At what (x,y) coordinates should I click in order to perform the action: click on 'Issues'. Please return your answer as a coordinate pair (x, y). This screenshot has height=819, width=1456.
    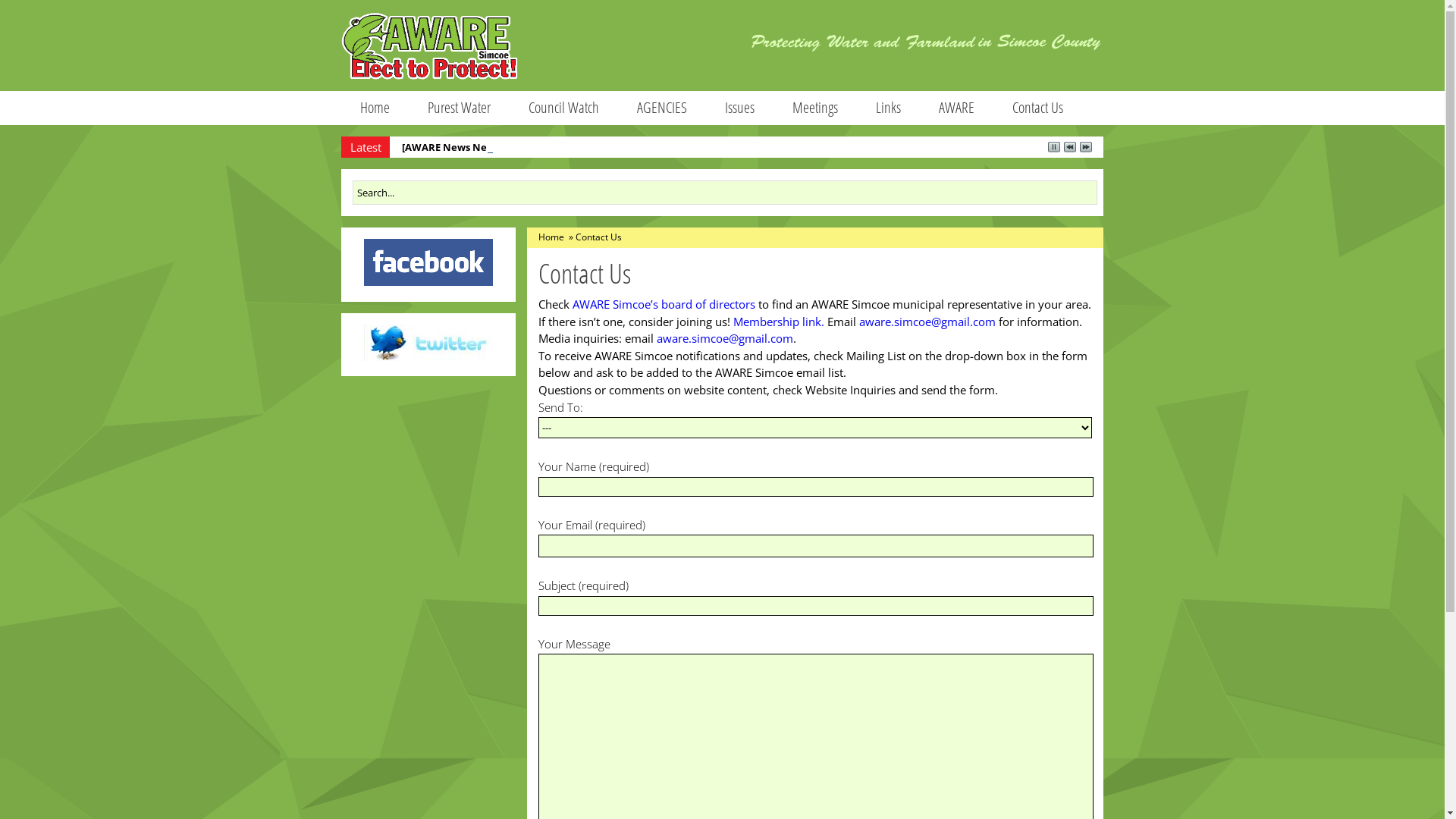
    Looking at the image, I should click on (739, 107).